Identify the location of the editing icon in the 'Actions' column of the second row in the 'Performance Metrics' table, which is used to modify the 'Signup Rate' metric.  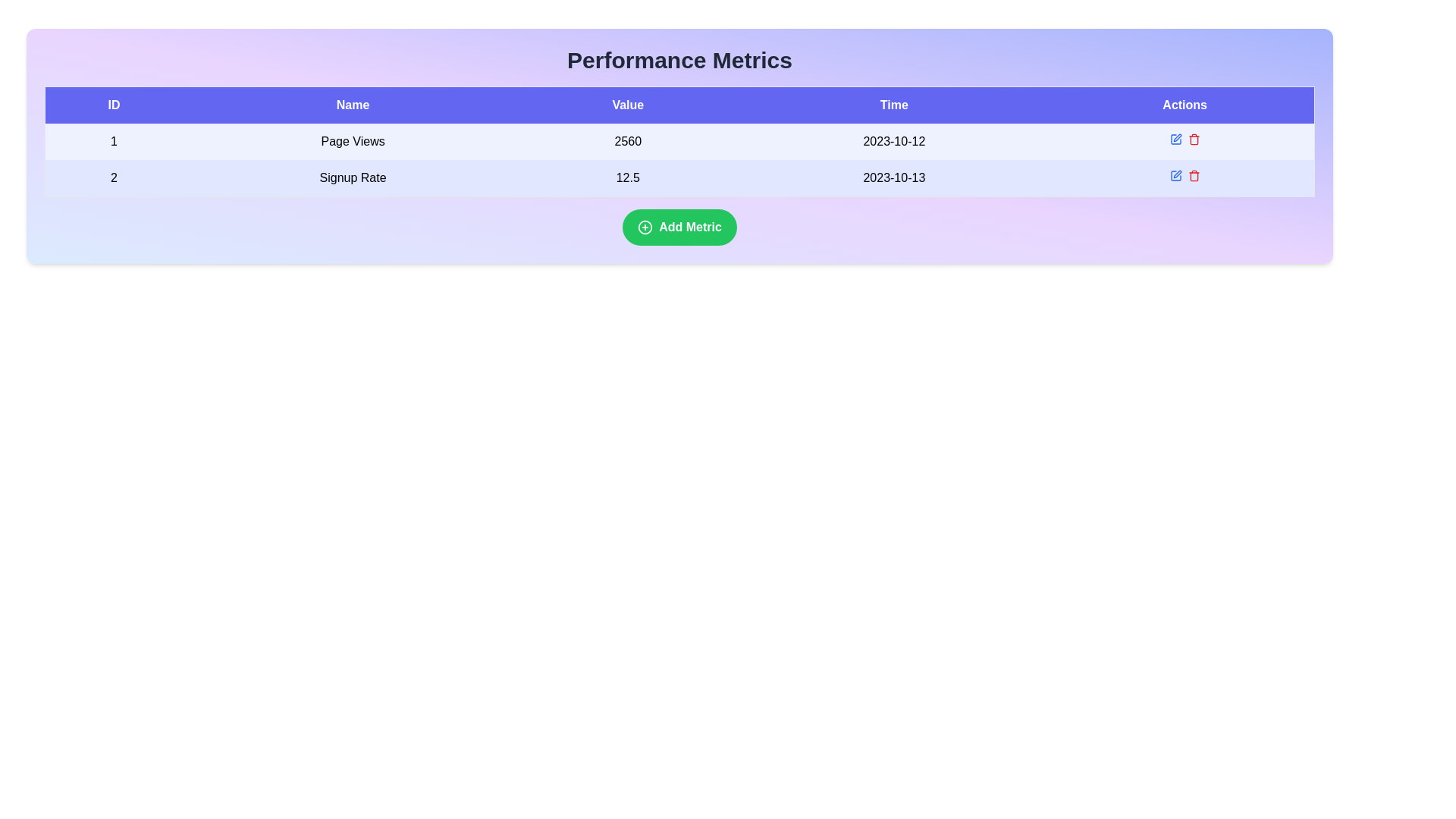
(1175, 174).